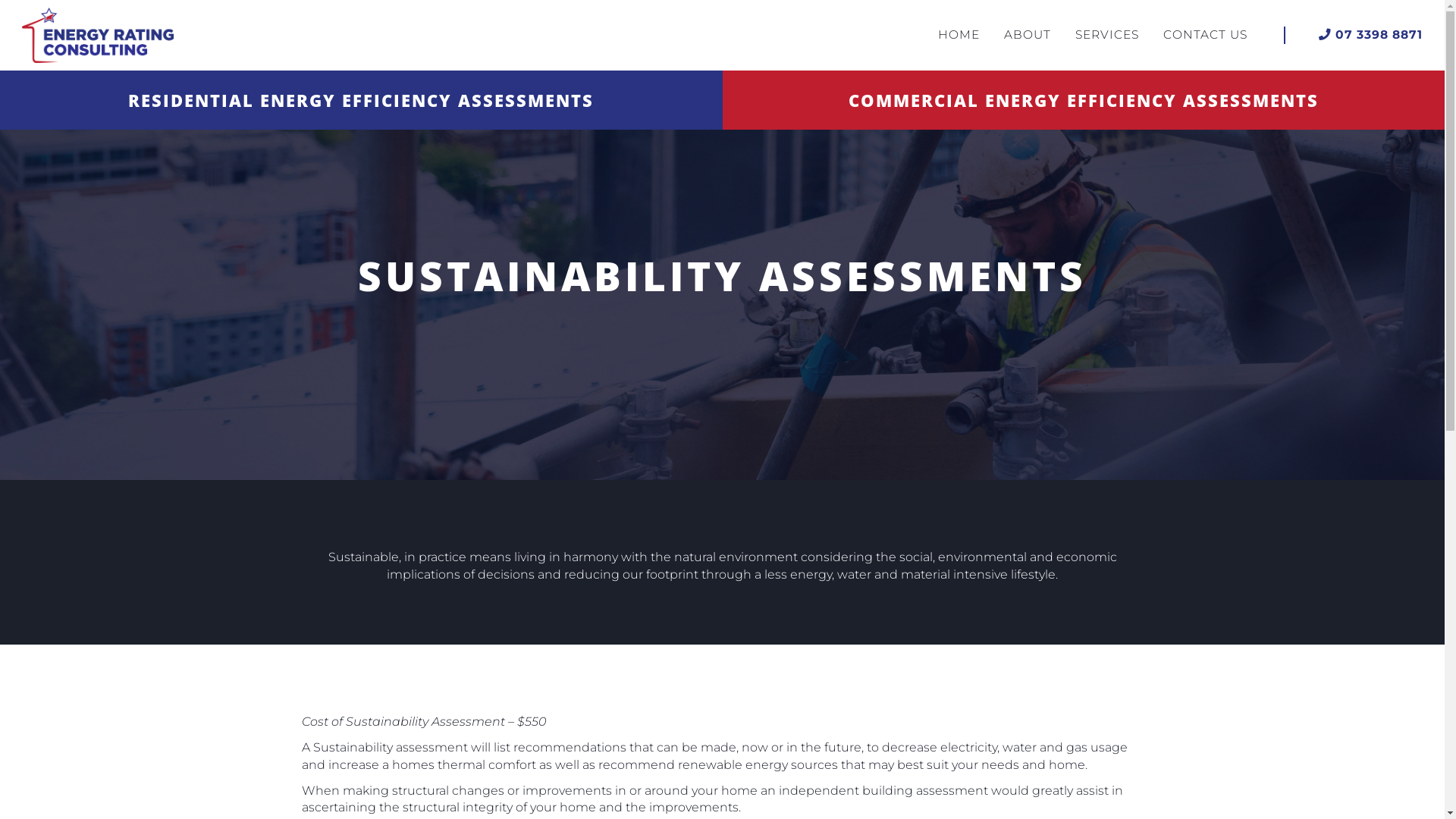  What do you see at coordinates (1027, 34) in the screenshot?
I see `'ABOUT'` at bounding box center [1027, 34].